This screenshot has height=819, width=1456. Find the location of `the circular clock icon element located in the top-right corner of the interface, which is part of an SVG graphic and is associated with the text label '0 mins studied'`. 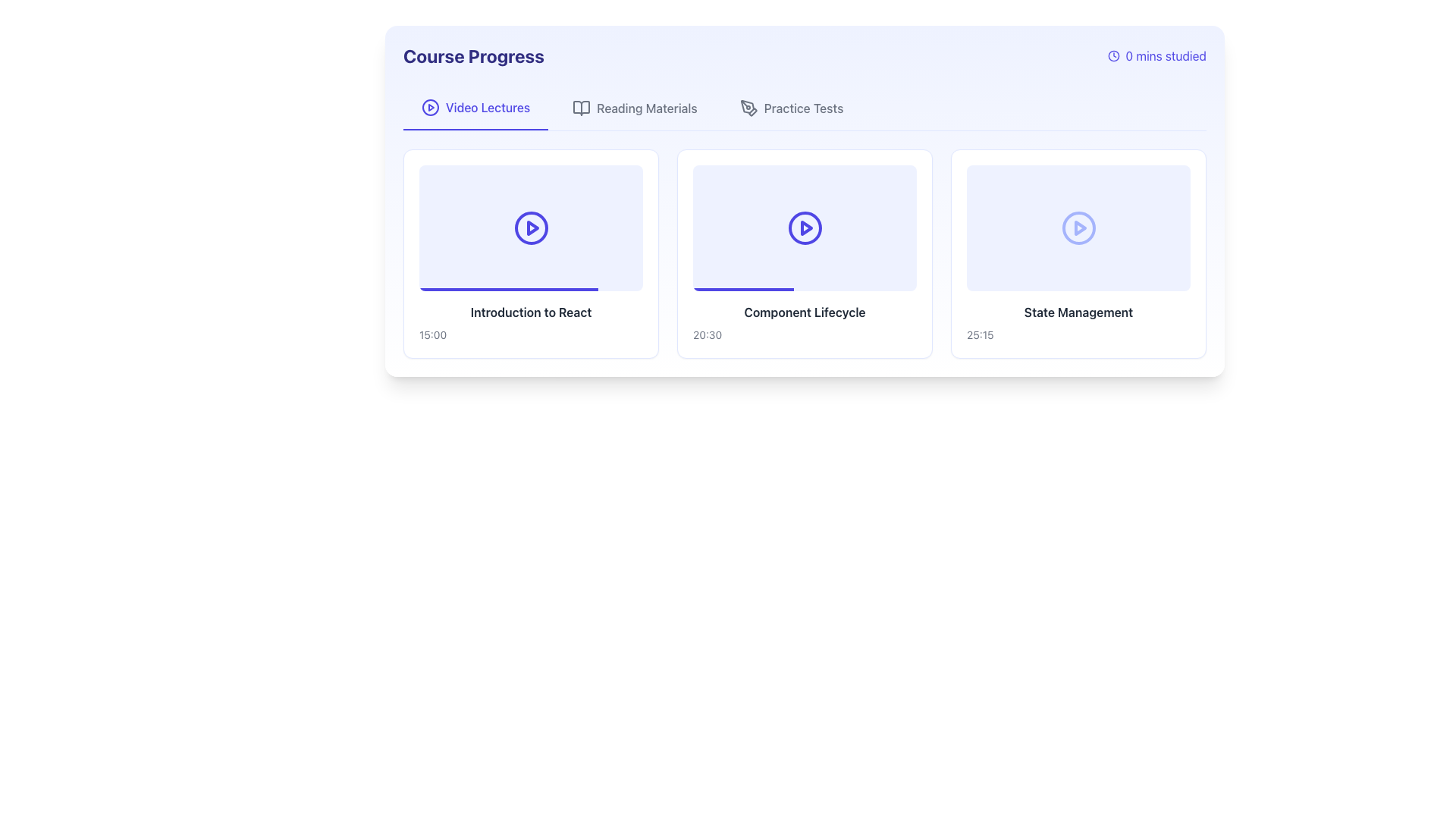

the circular clock icon element located in the top-right corner of the interface, which is part of an SVG graphic and is associated with the text label '0 mins studied' is located at coordinates (1113, 55).